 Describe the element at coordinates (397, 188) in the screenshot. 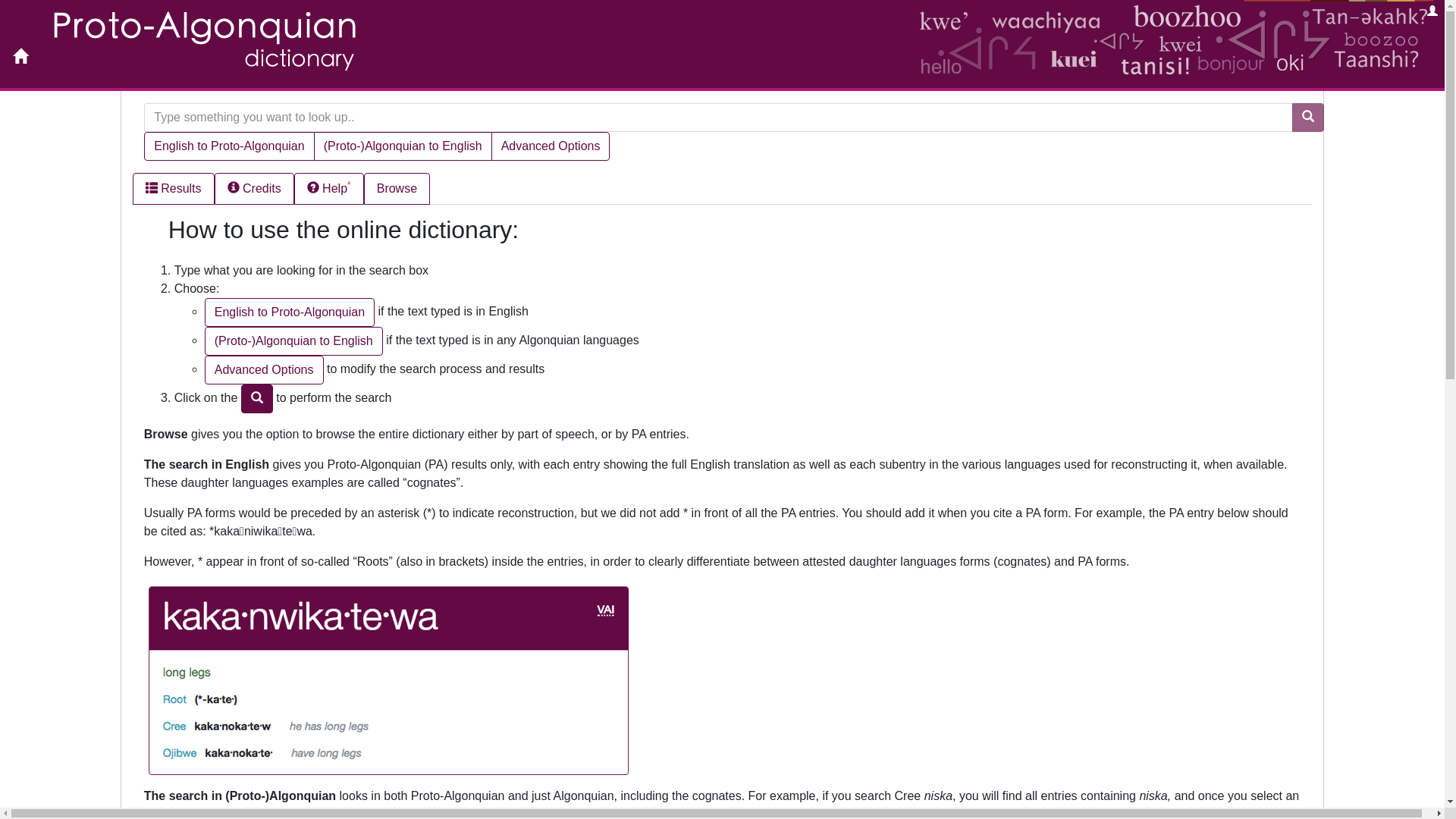

I see `'Browse'` at that location.